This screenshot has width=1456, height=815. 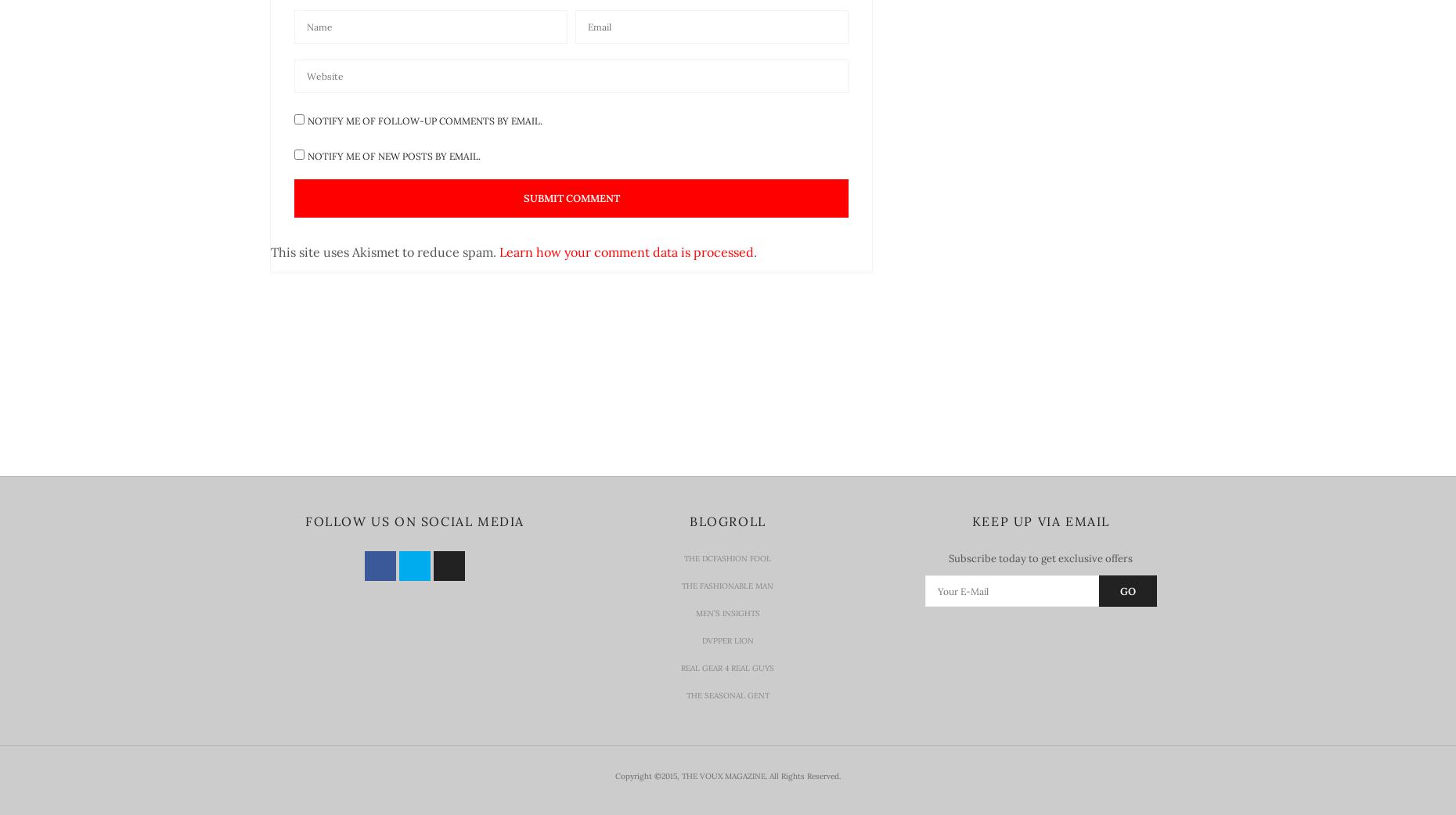 I want to click on 'The Fashionable Man', so click(x=727, y=586).